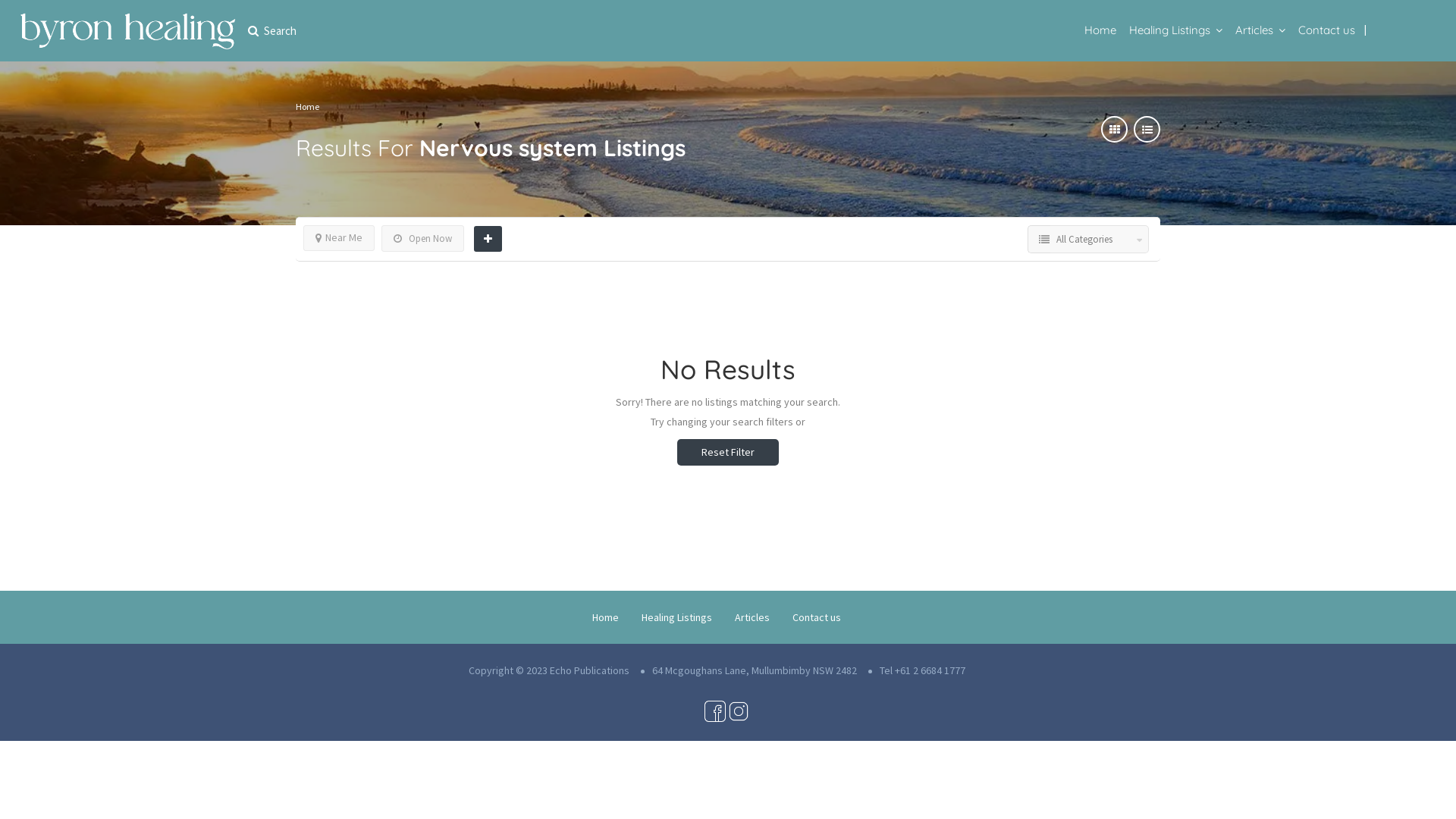  I want to click on 'Open Now', so click(422, 238).